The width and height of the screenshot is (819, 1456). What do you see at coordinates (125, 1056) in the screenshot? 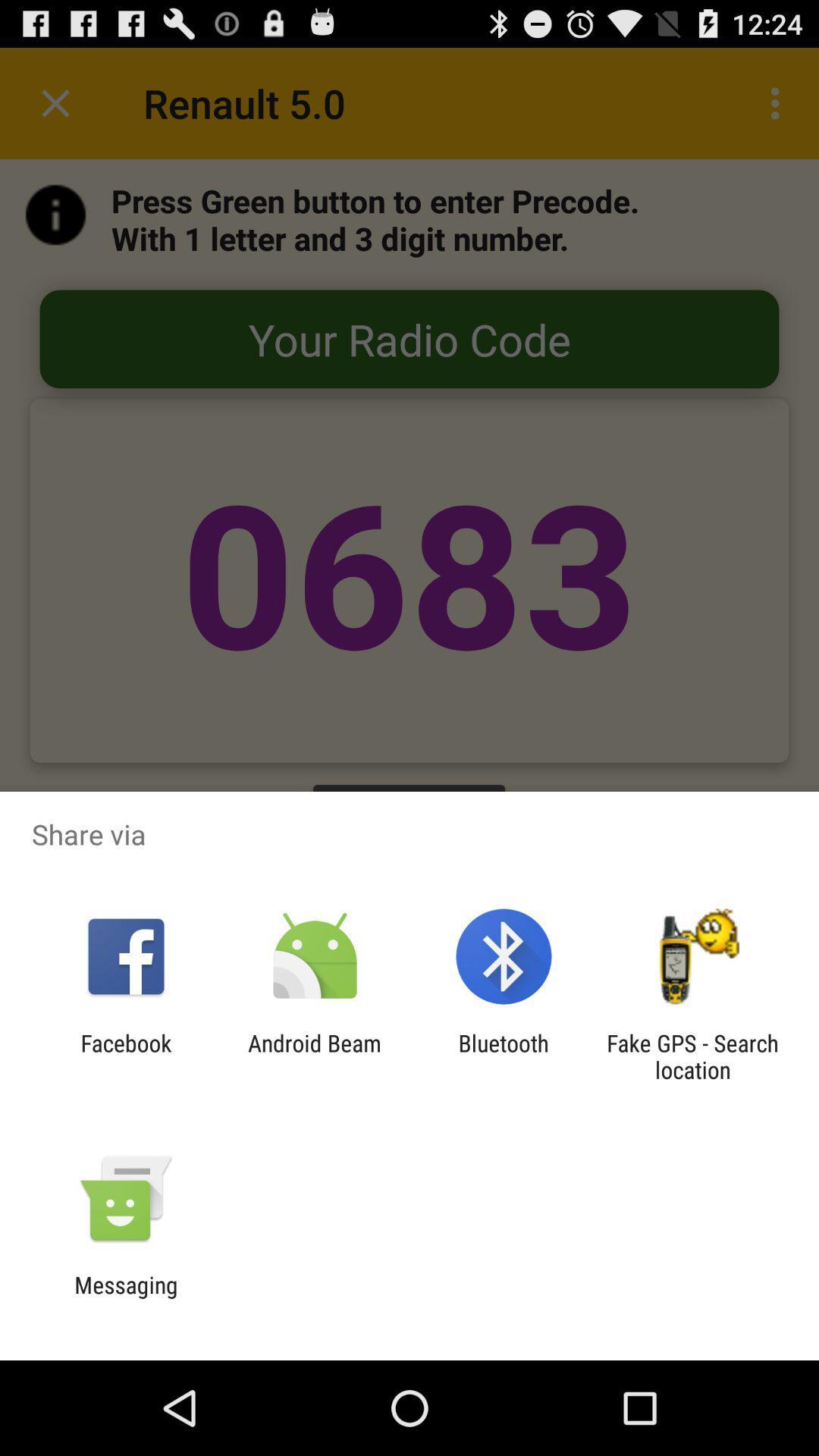
I see `facebook icon` at bounding box center [125, 1056].